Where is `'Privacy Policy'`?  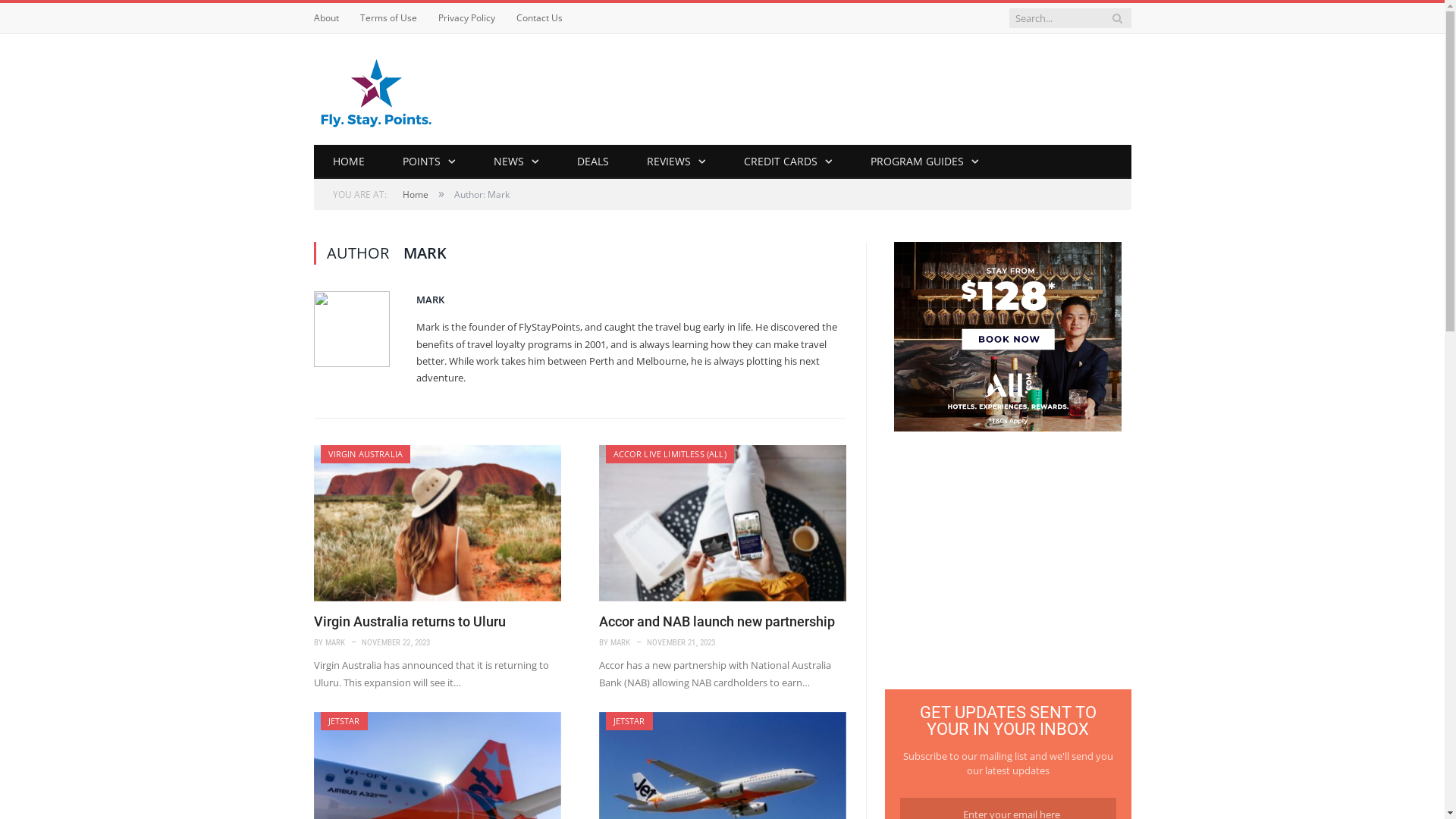
'Privacy Policy' is located at coordinates (437, 17).